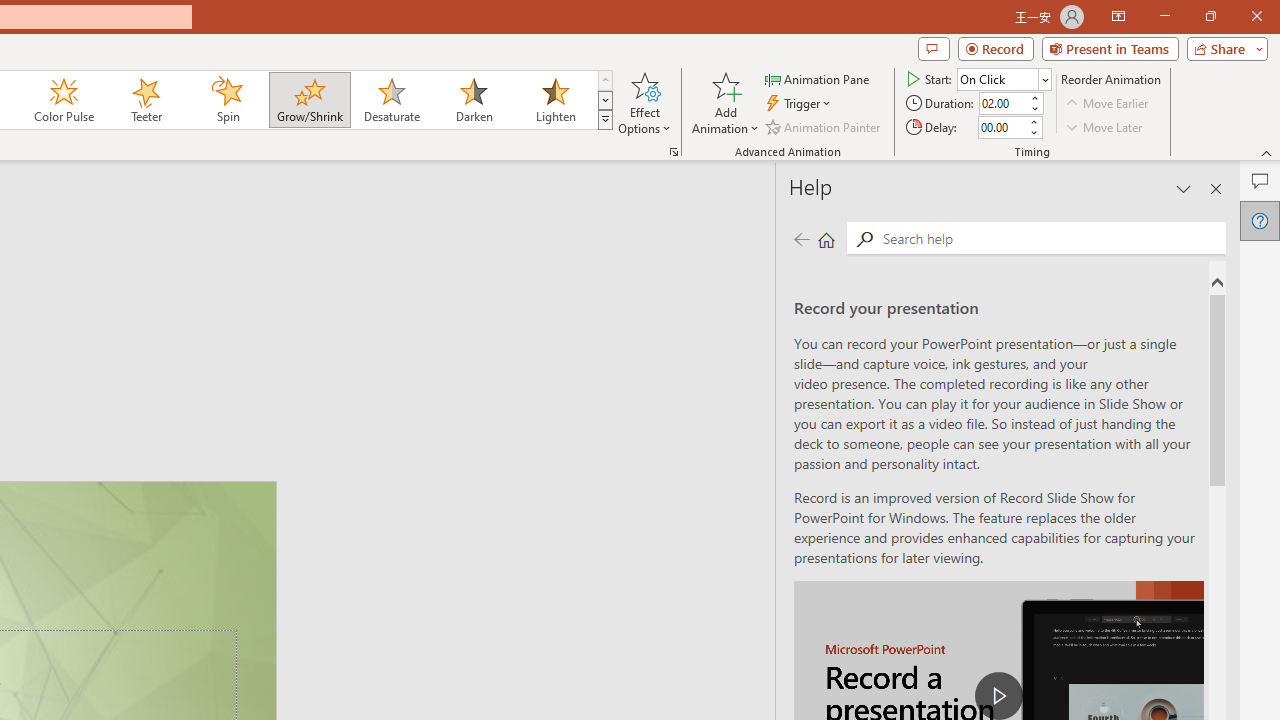  What do you see at coordinates (144, 100) in the screenshot?
I see `'Teeter'` at bounding box center [144, 100].